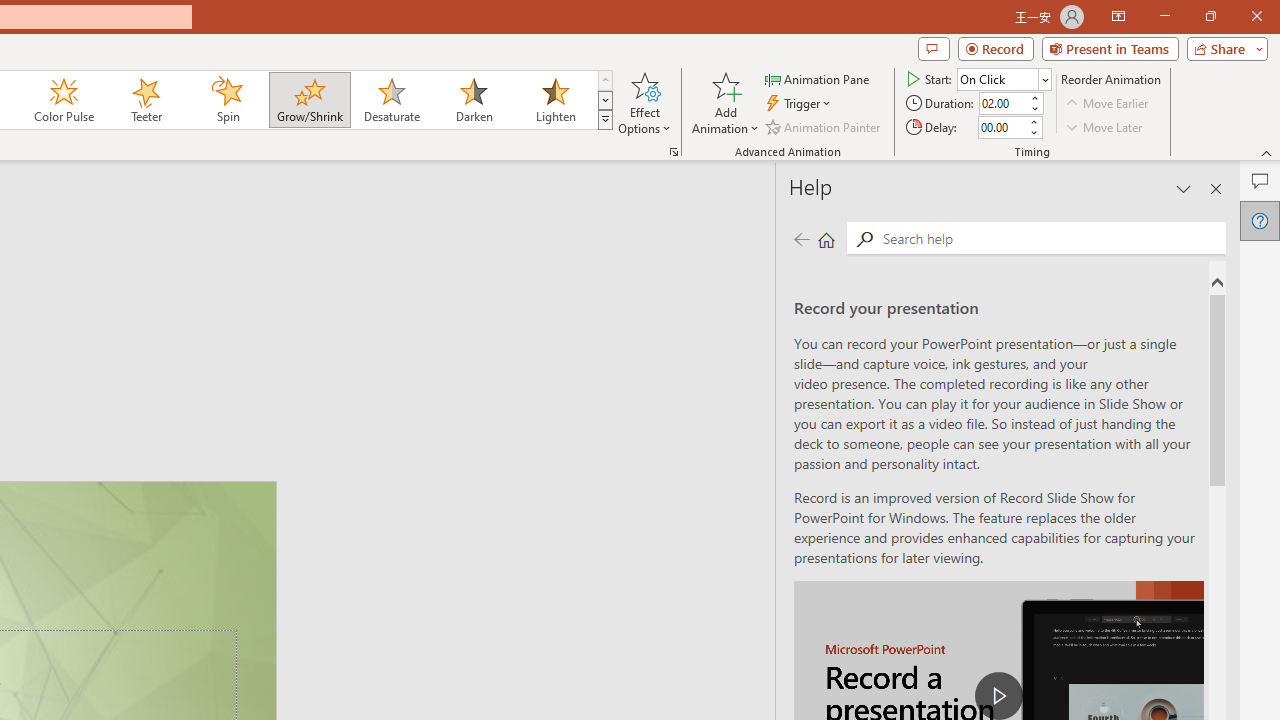  What do you see at coordinates (144, 100) in the screenshot?
I see `'Teeter'` at bounding box center [144, 100].